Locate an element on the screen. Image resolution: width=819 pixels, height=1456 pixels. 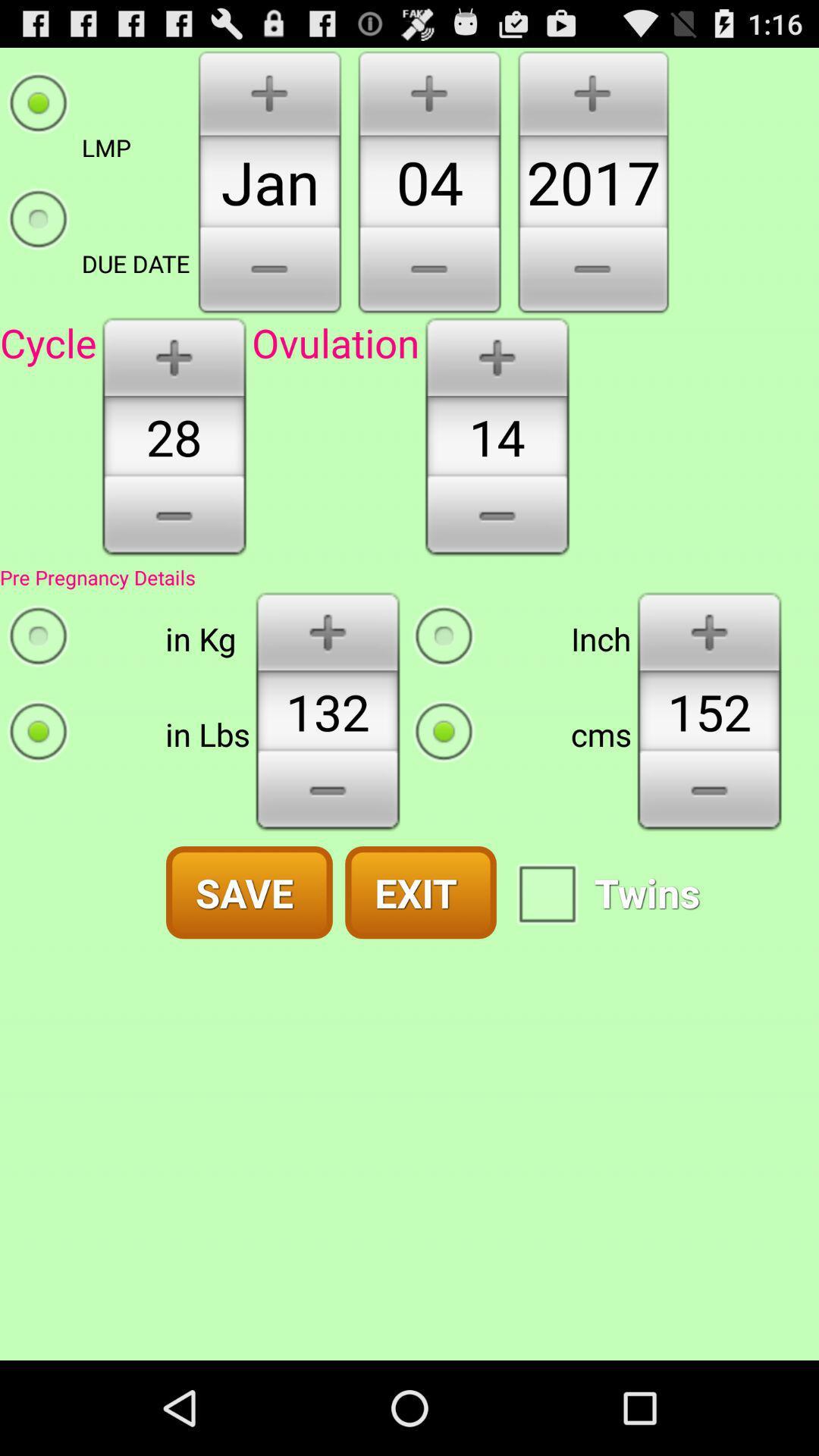
decrease option is located at coordinates (709, 795).